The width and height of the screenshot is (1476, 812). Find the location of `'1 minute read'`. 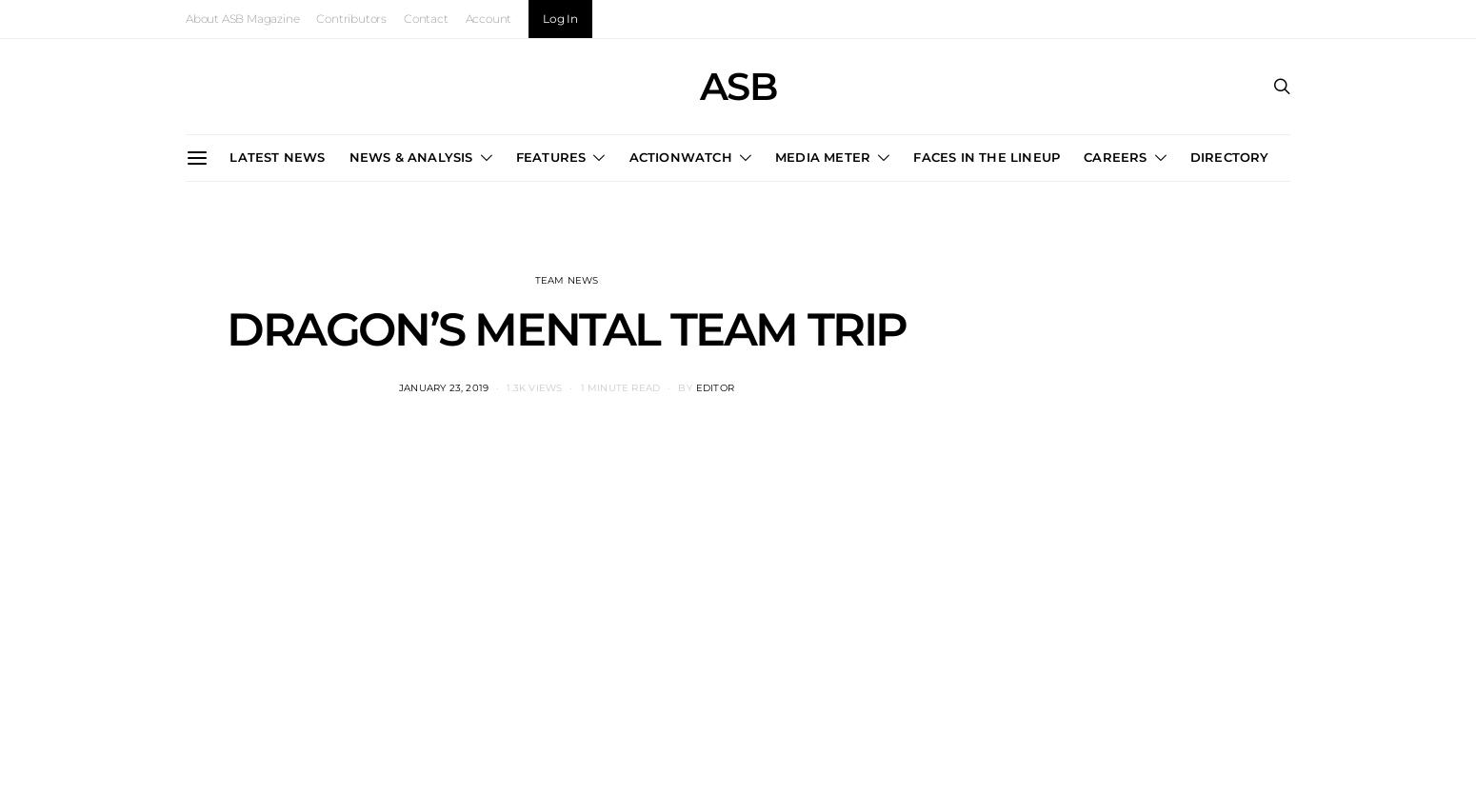

'1 minute read' is located at coordinates (619, 386).